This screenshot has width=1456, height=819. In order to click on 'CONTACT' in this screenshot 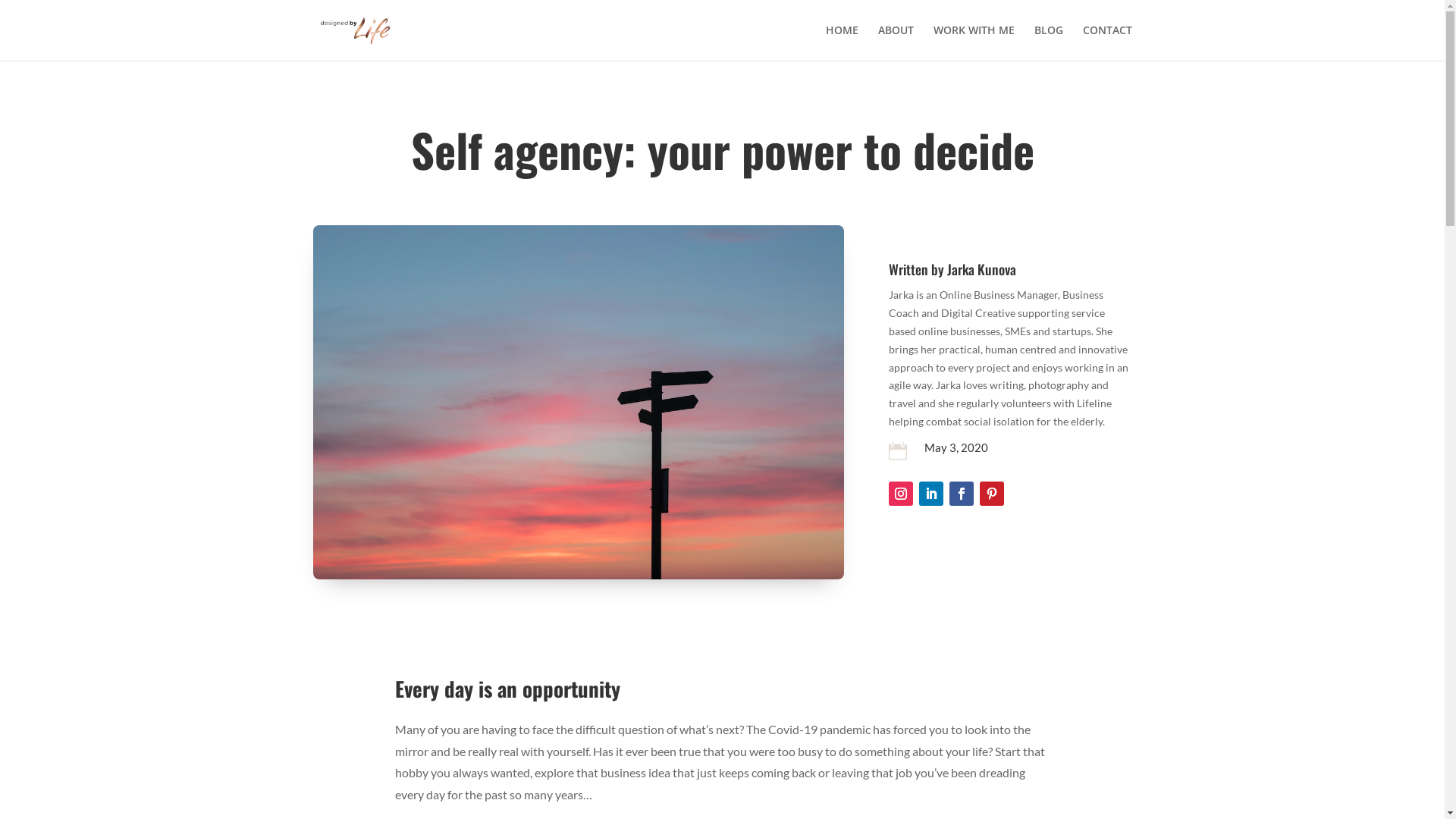, I will do `click(1107, 42)`.